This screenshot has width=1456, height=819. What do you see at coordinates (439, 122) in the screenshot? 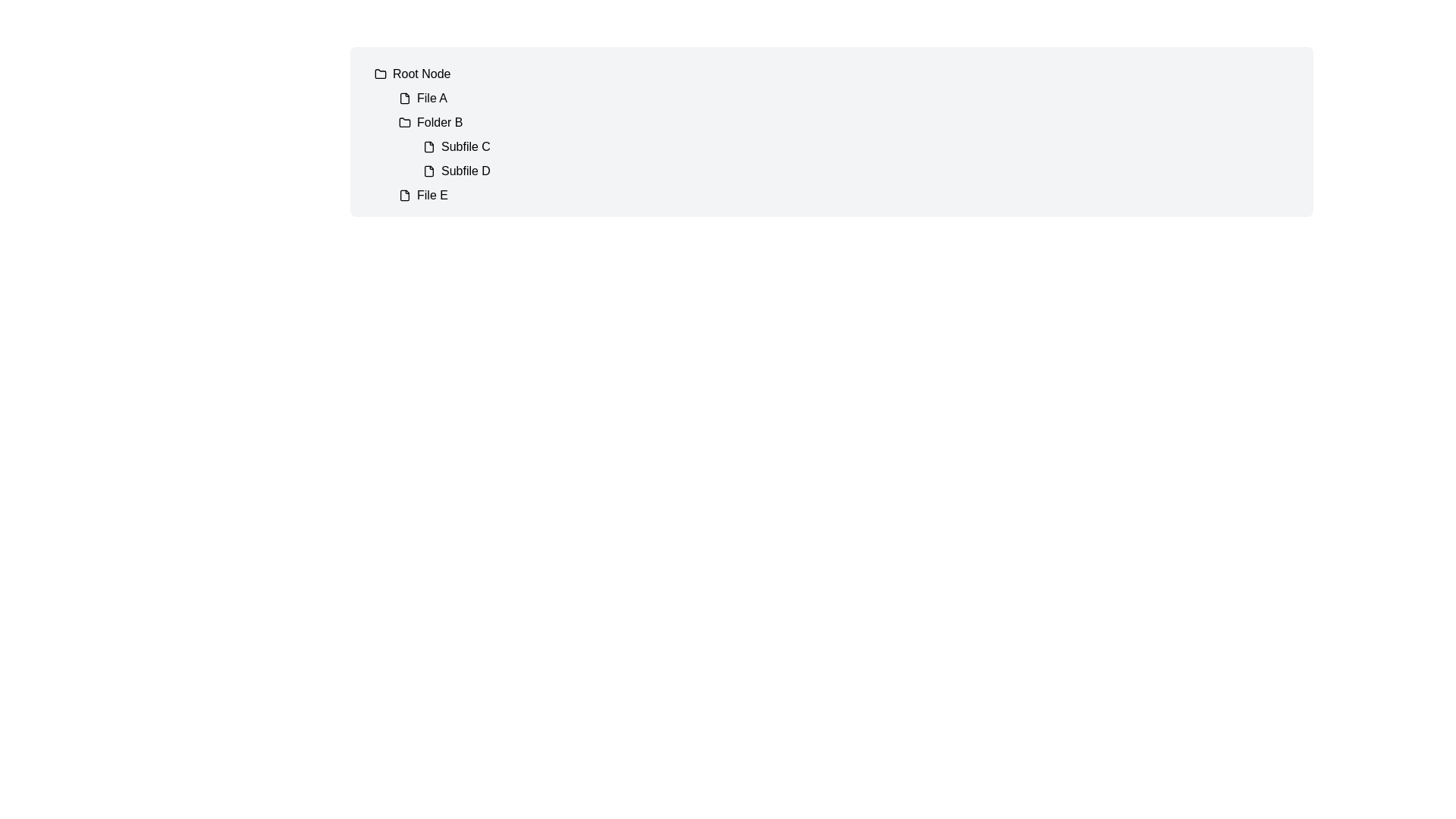
I see `the text label that indicates the name of the folder, which is the second element in the folder entry group under the 'Root Node'` at bounding box center [439, 122].